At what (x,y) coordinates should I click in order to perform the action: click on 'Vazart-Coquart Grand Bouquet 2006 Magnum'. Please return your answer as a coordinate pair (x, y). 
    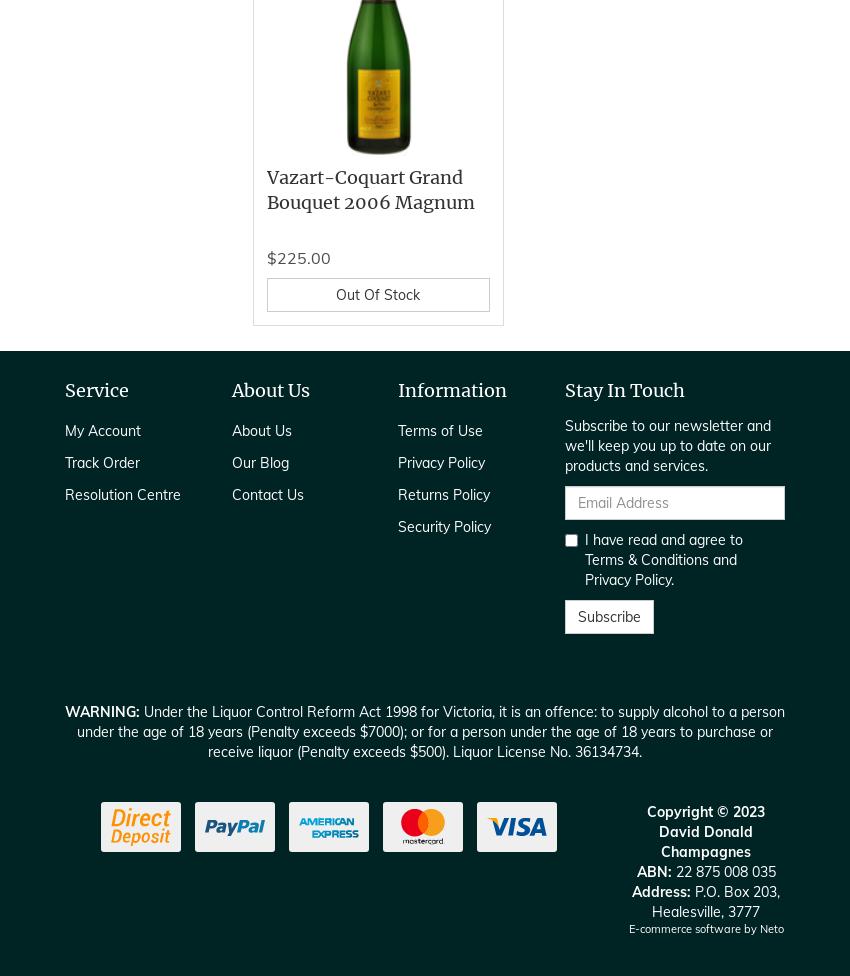
    Looking at the image, I should click on (264, 187).